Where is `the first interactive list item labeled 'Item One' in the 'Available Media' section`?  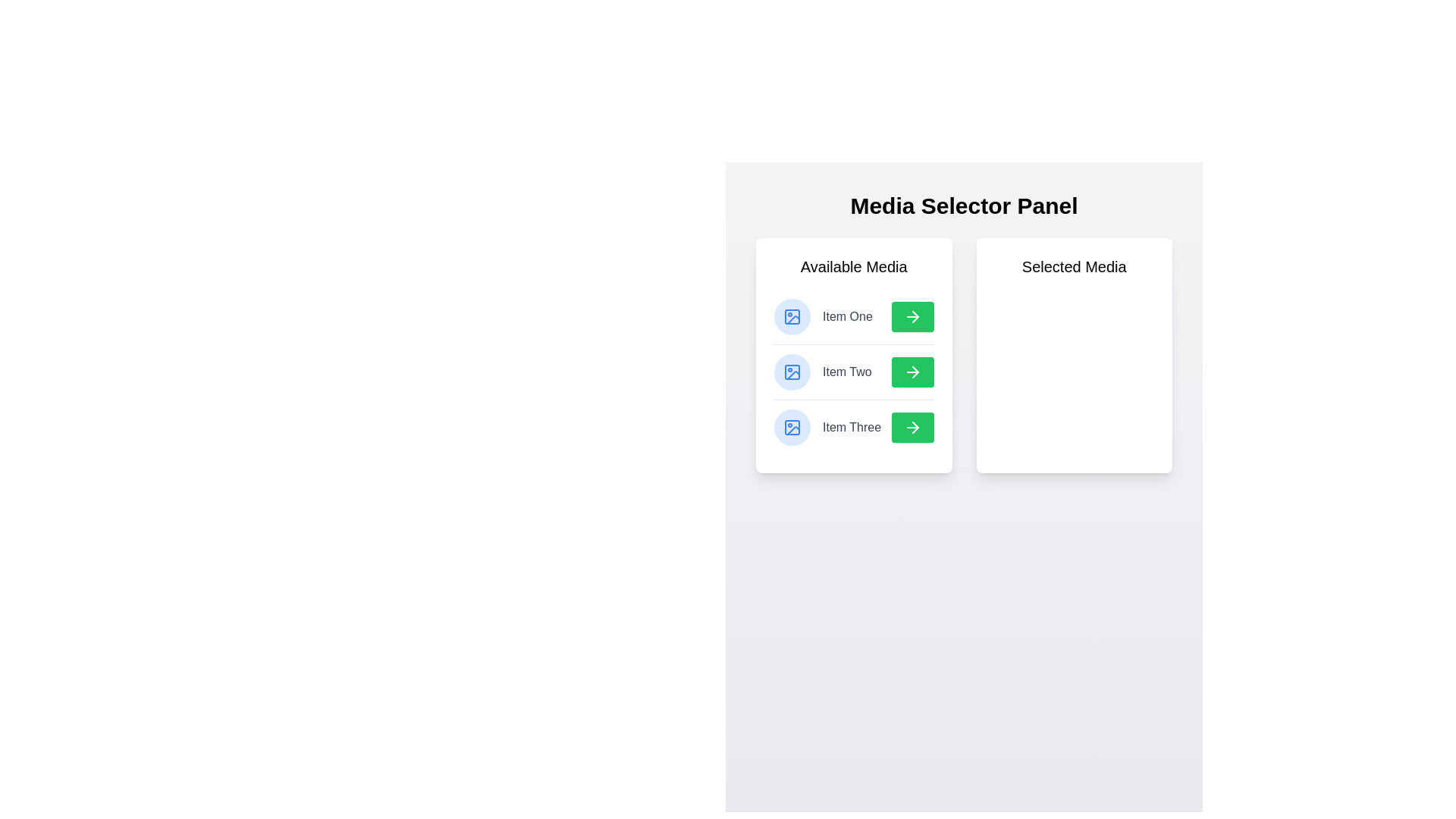
the first interactive list item labeled 'Item One' in the 'Available Media' section is located at coordinates (854, 315).